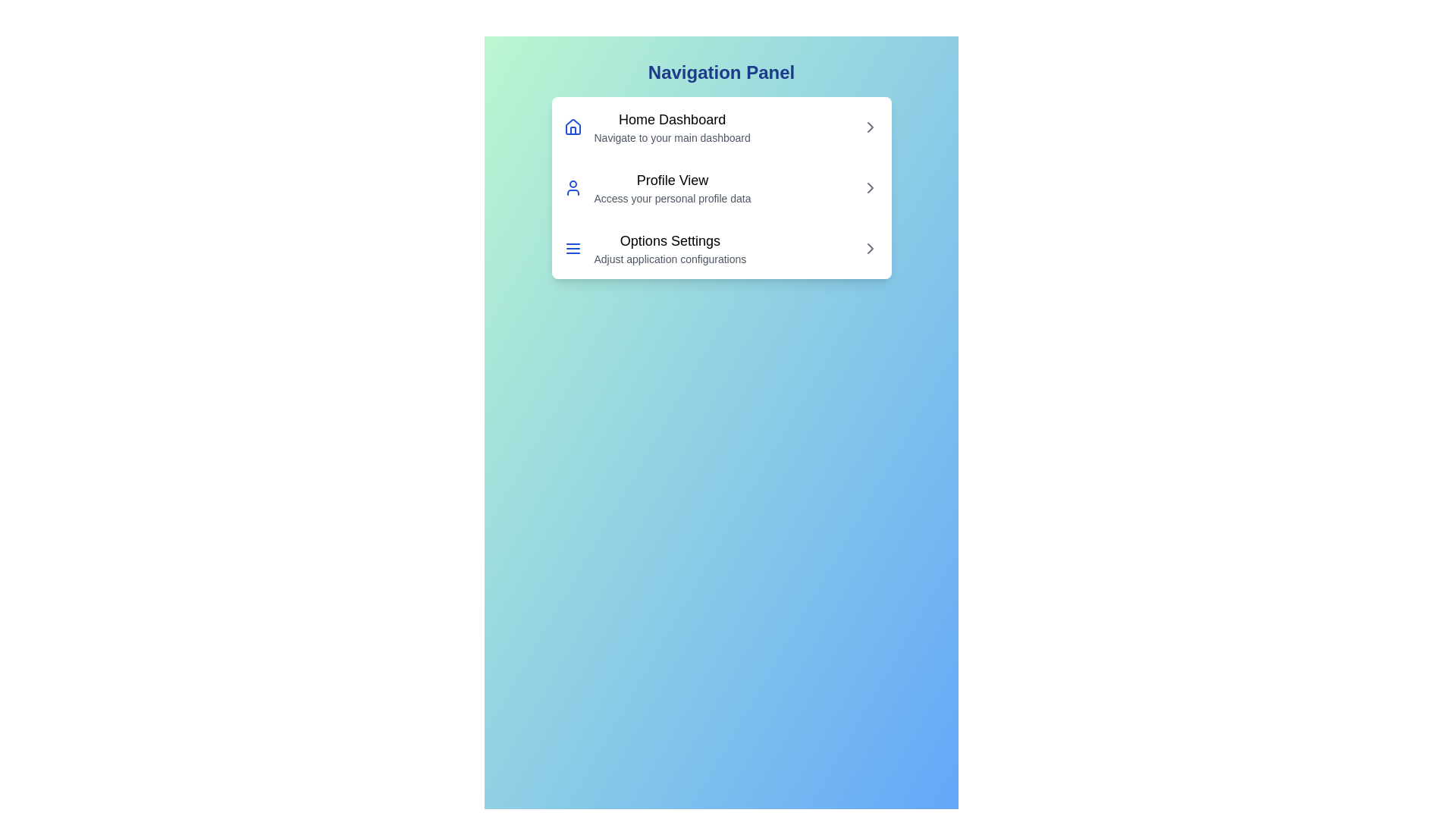 The width and height of the screenshot is (1456, 819). Describe the element at coordinates (720, 73) in the screenshot. I see `the header text area to inspect its content` at that location.